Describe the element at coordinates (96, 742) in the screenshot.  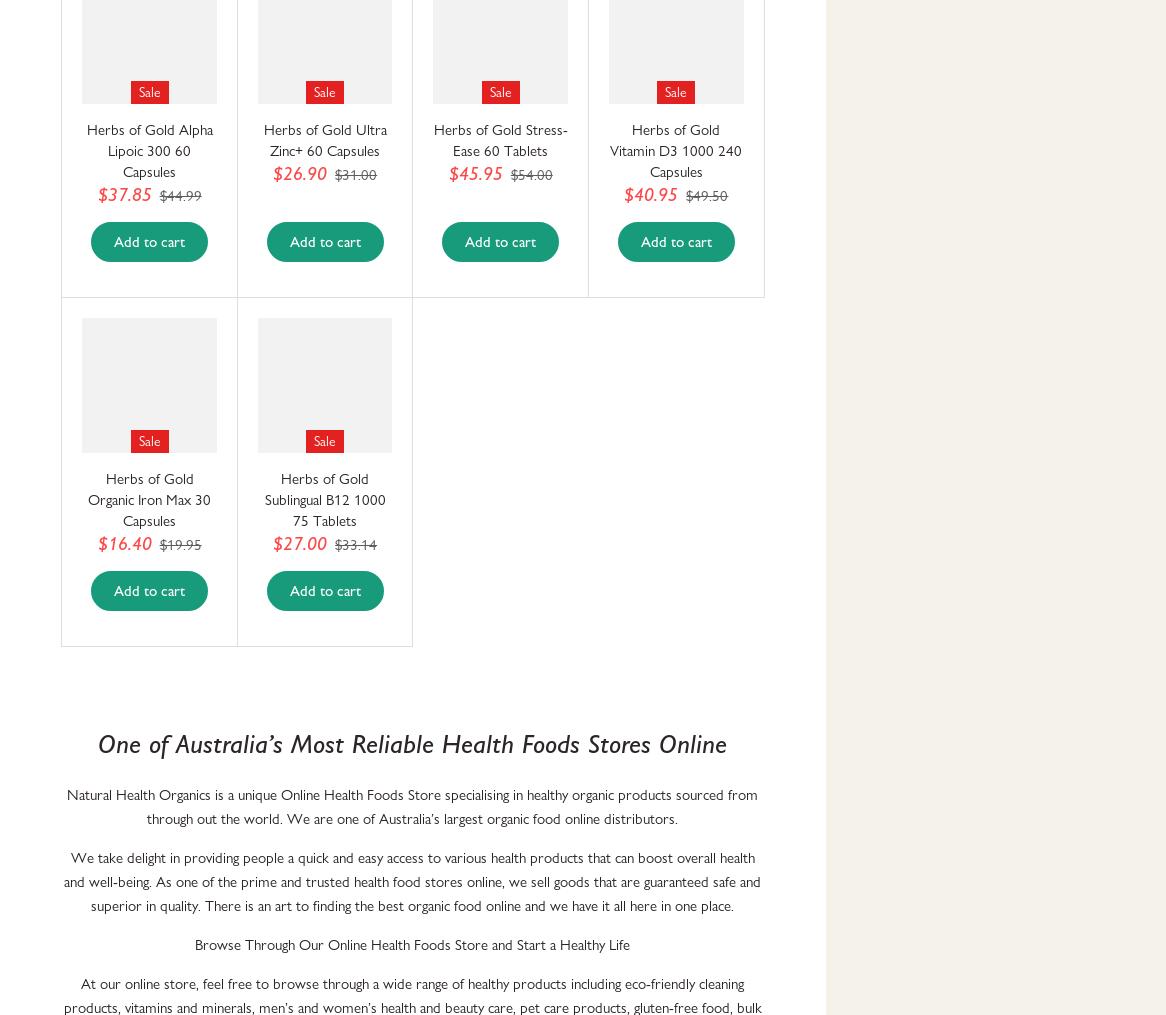
I see `'One of Australia’s Most Reliable Health Foods Stores Online'` at that location.